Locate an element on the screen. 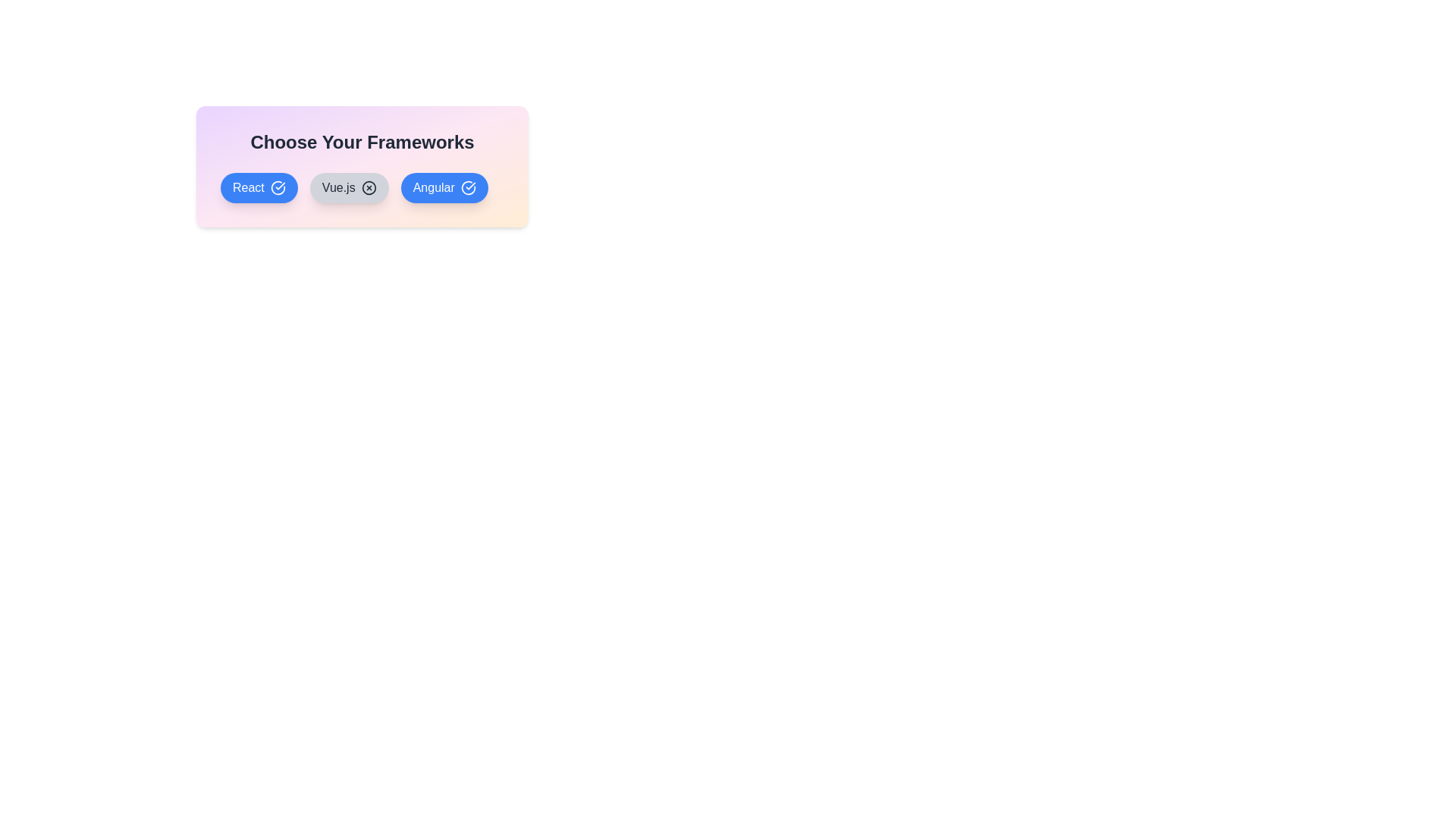 The image size is (1456, 819). the text label of the chip labeled Vue.js is located at coordinates (348, 187).